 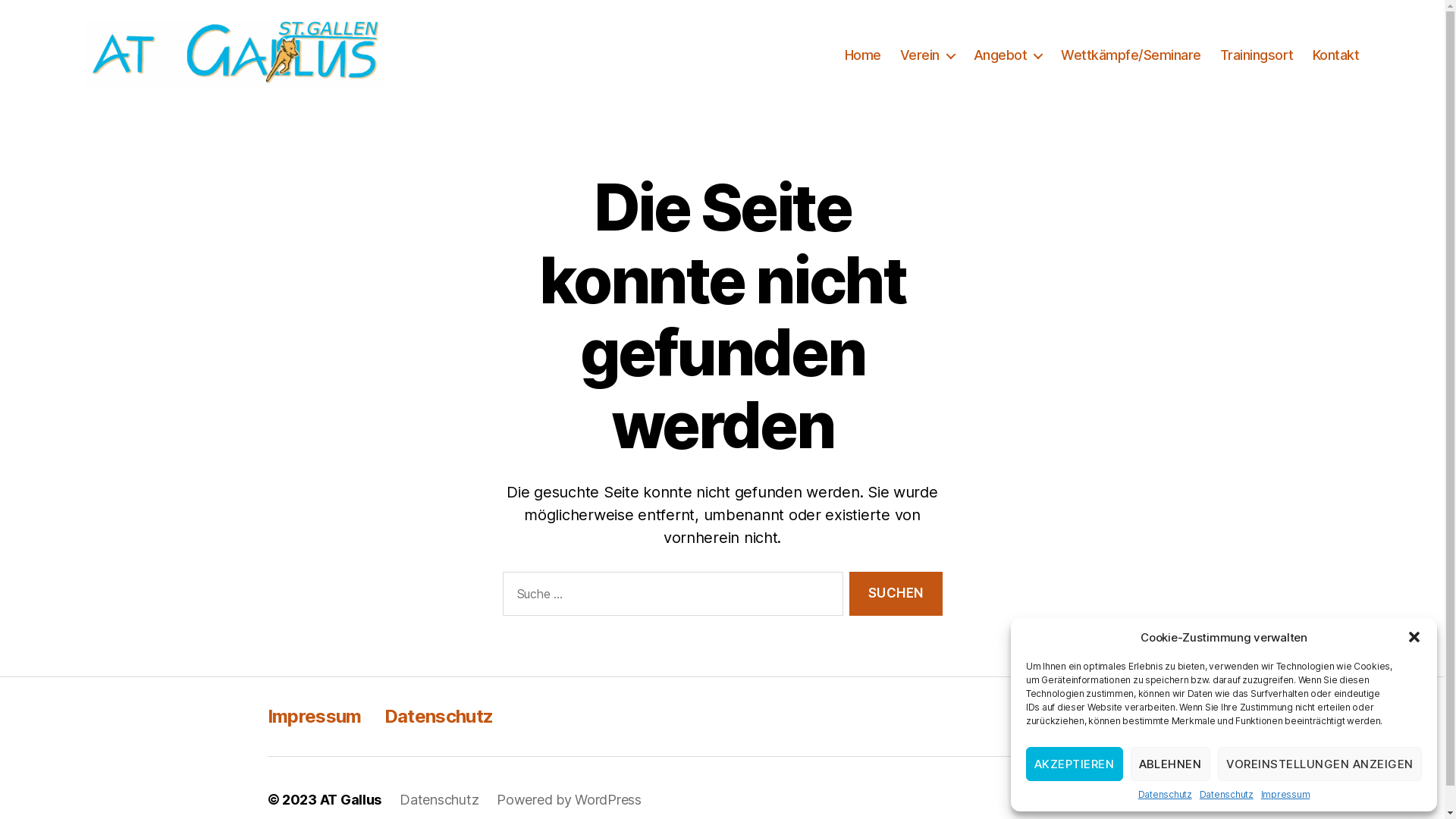 I want to click on 'Datenschutz', so click(x=1138, y=793).